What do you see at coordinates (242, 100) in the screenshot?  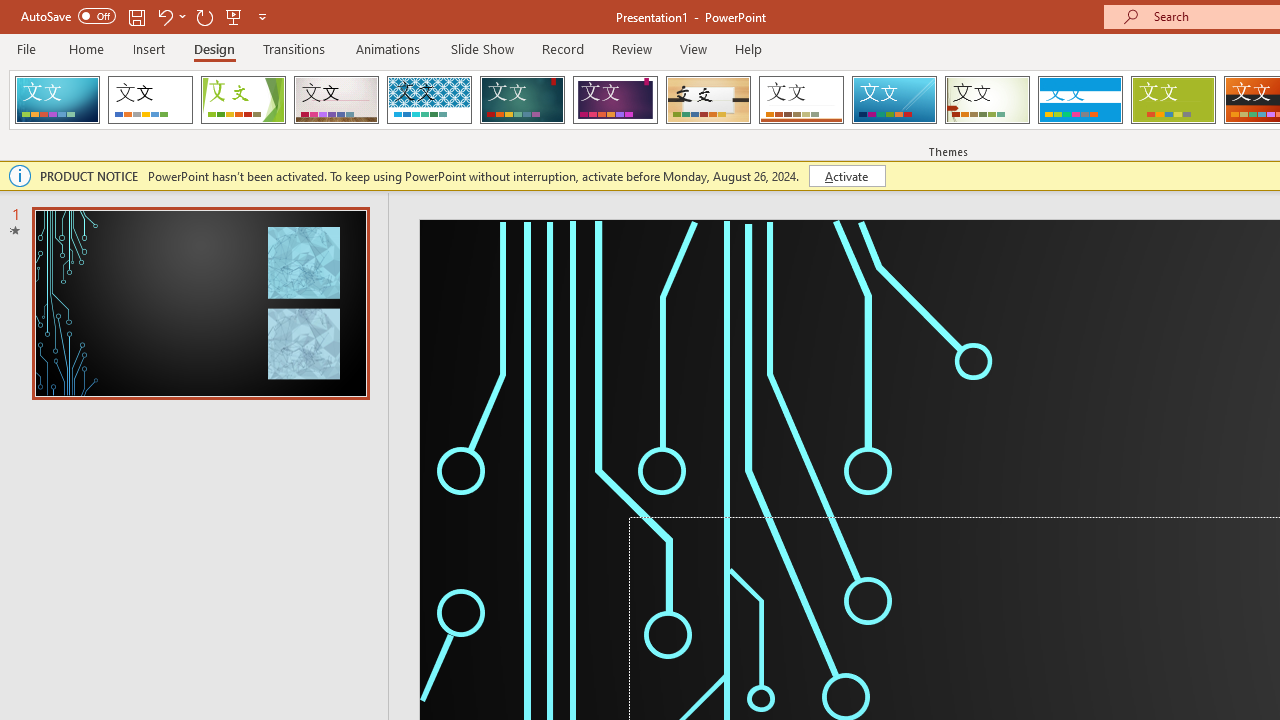 I see `'Facet'` at bounding box center [242, 100].